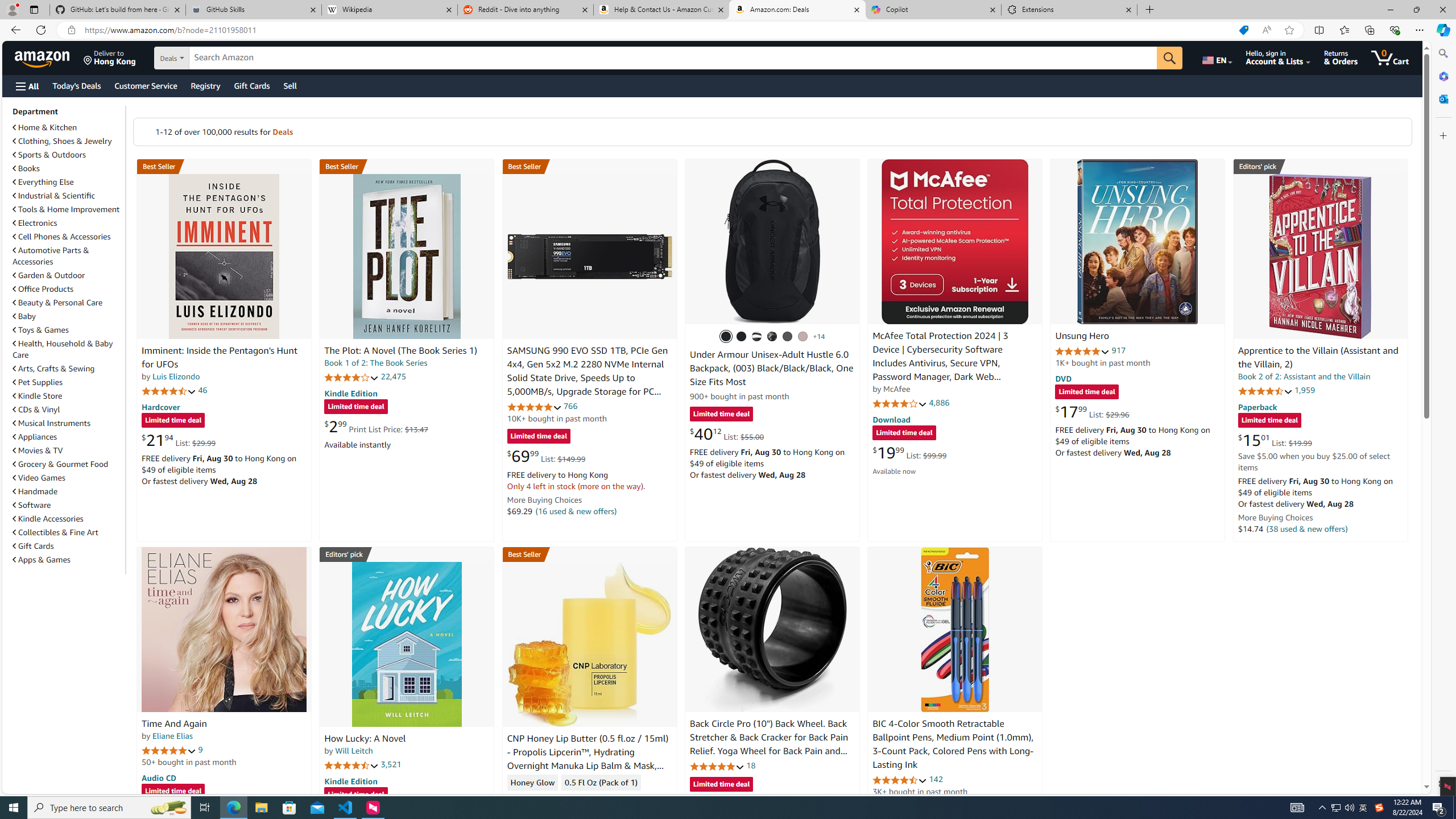 This screenshot has height=819, width=1456. What do you see at coordinates (1319, 29) in the screenshot?
I see `'Split screen'` at bounding box center [1319, 29].